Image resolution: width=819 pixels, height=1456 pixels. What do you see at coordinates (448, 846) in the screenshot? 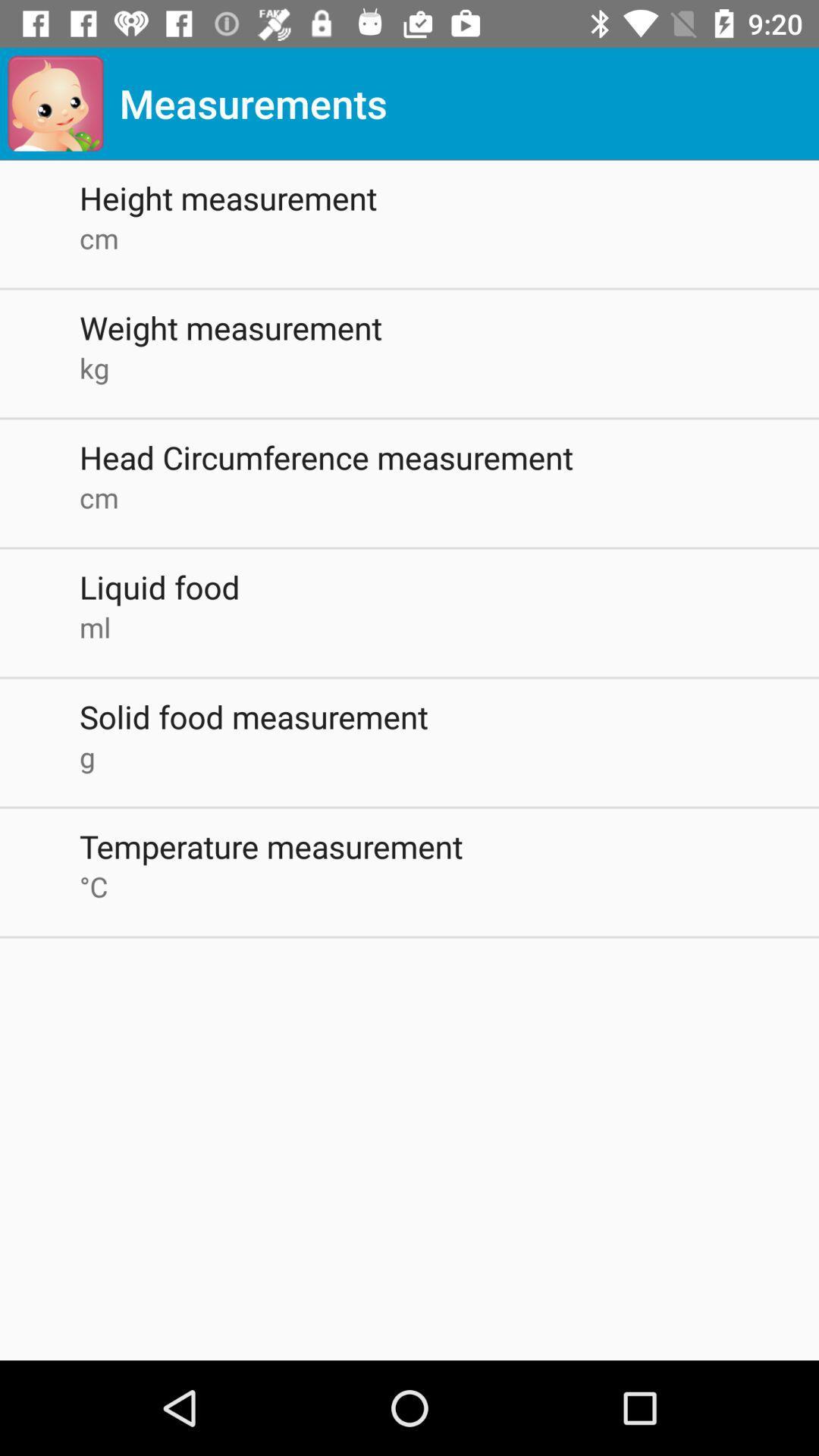
I see `temperature measurement icon` at bounding box center [448, 846].